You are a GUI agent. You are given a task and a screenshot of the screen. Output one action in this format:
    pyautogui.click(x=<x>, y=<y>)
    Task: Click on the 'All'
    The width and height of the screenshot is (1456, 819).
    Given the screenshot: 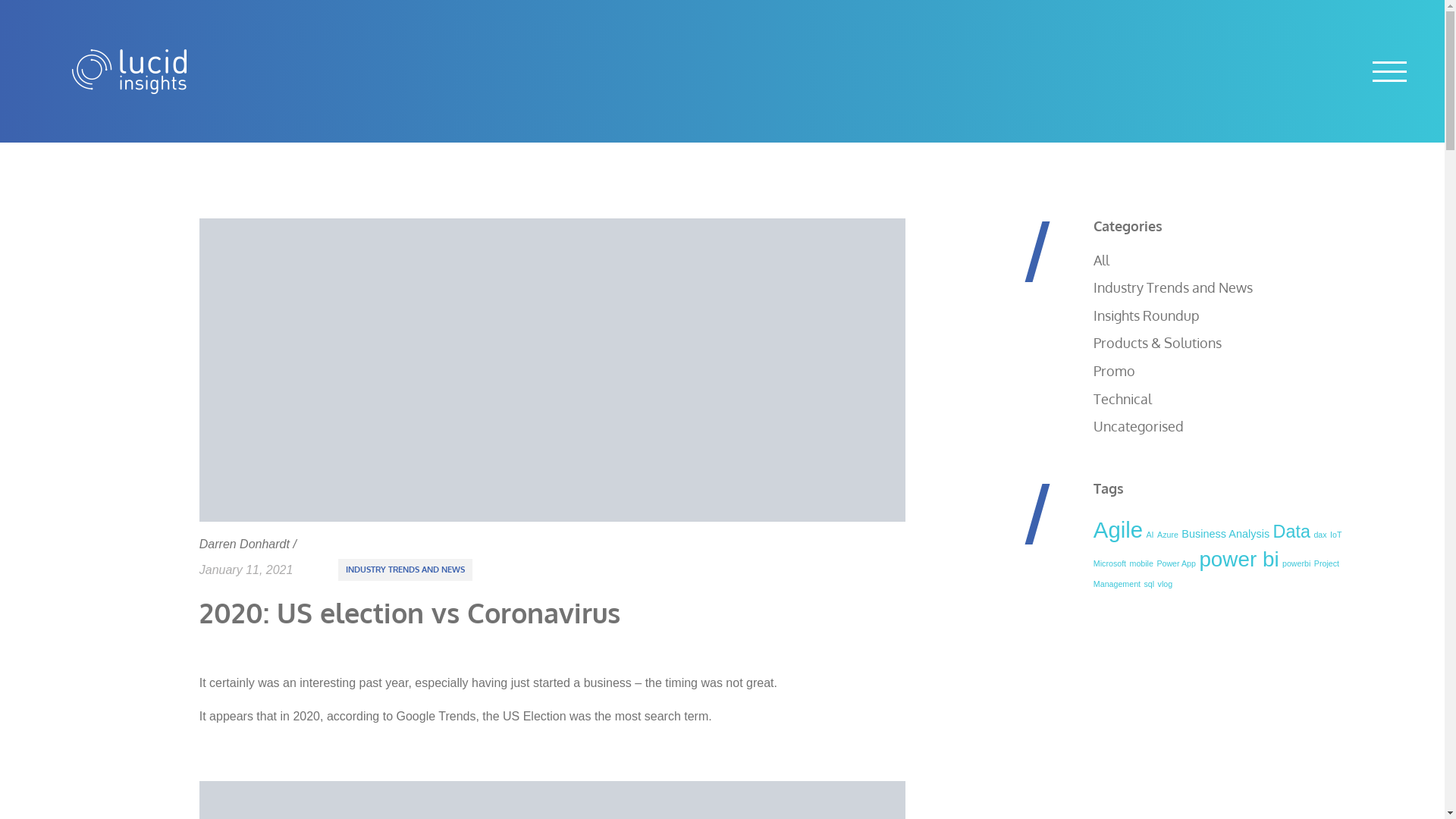 What is the action you would take?
    pyautogui.click(x=1101, y=259)
    